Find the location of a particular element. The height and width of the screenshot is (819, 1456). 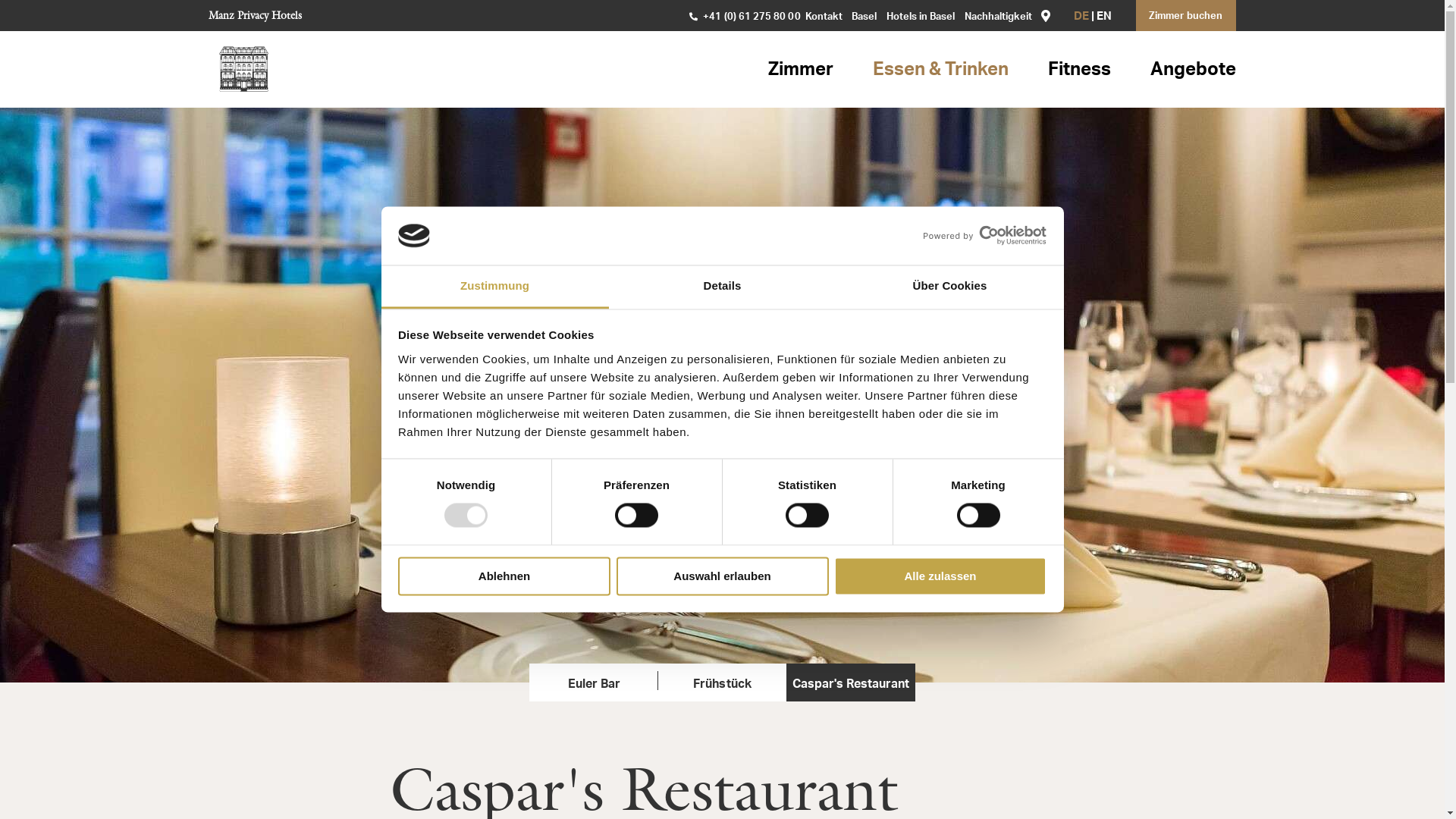

'DE' is located at coordinates (1080, 17).